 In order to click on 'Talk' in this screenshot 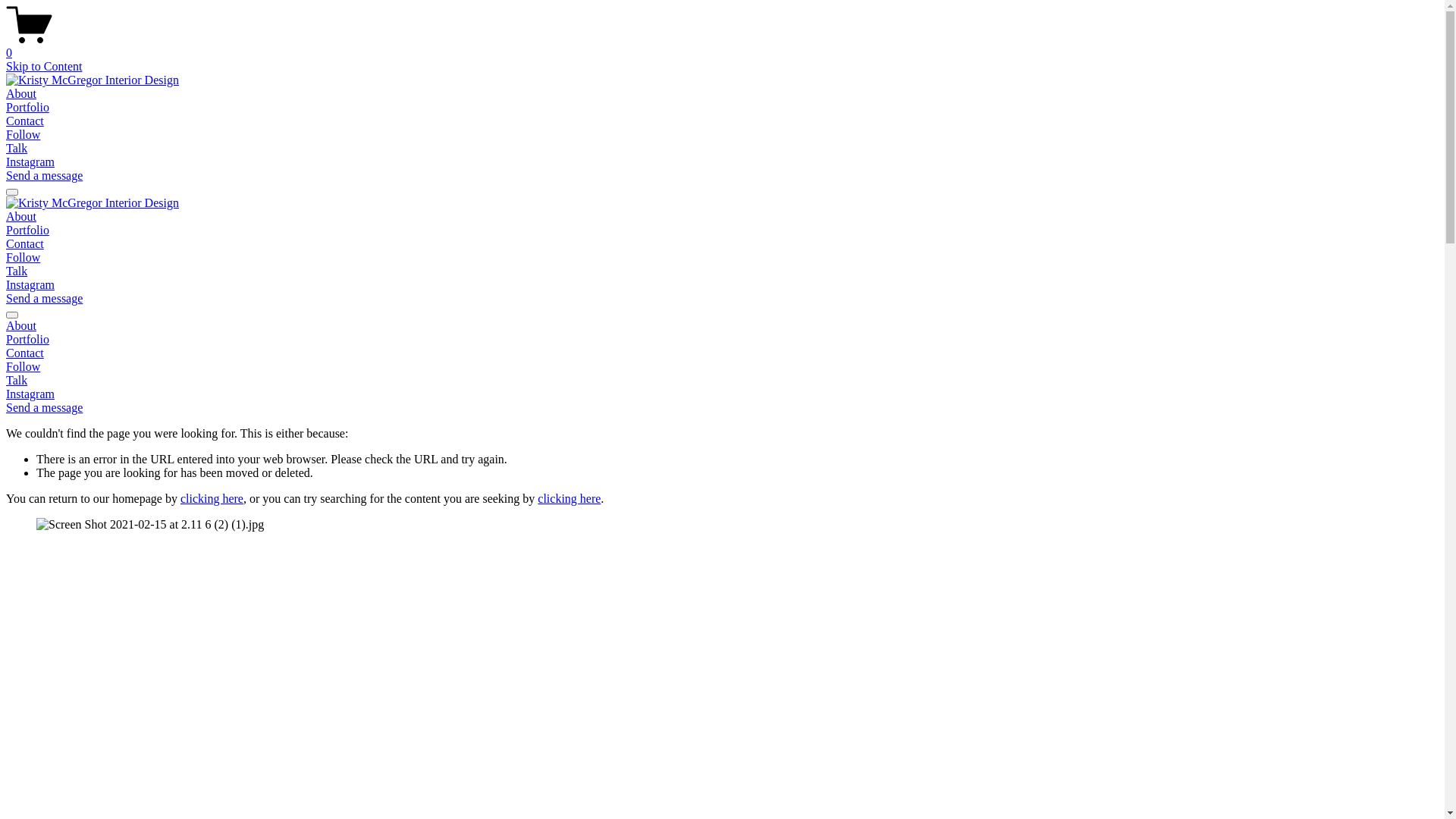, I will do `click(17, 270)`.